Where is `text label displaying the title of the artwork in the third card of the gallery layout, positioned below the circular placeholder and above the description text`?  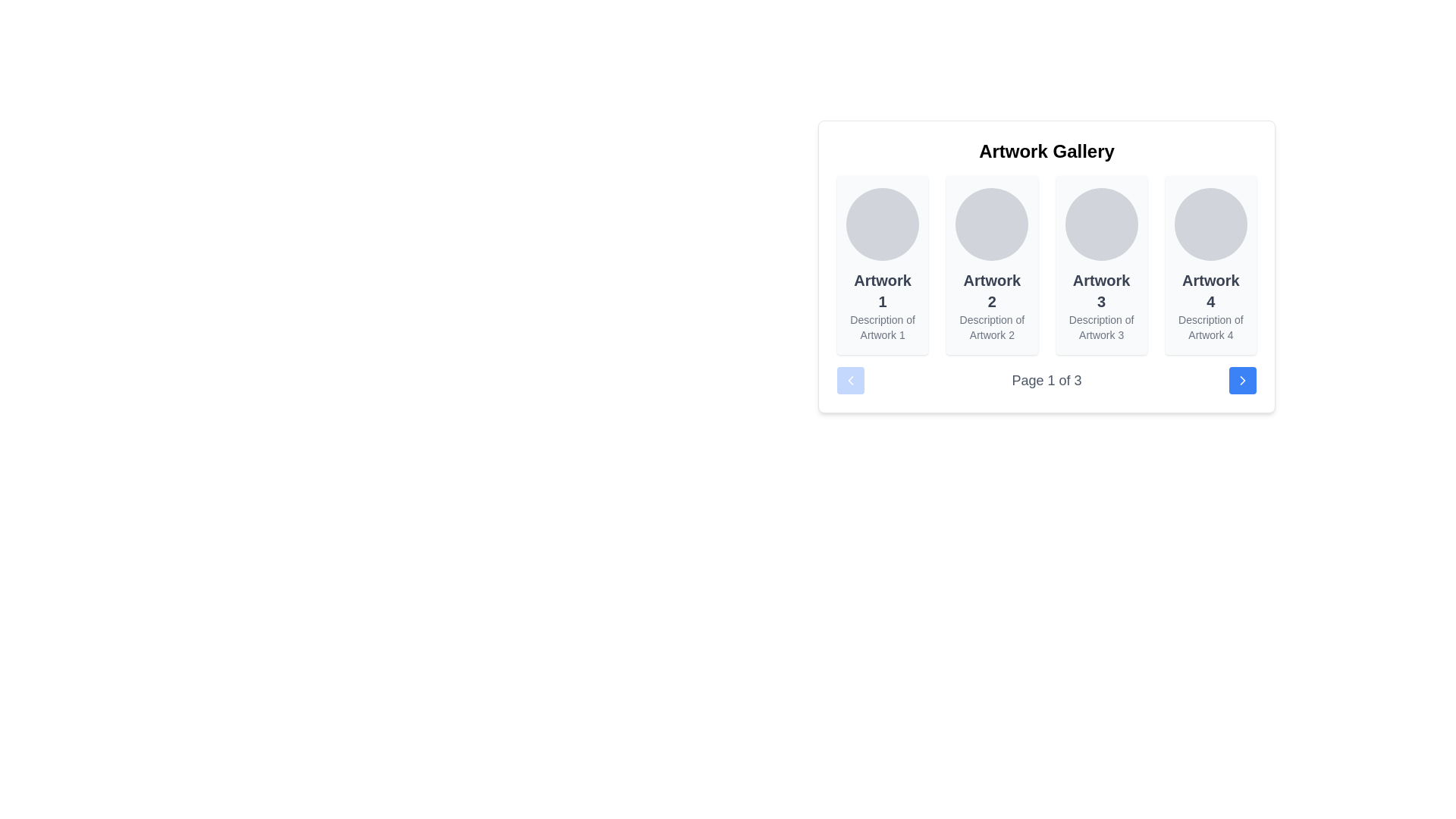
text label displaying the title of the artwork in the third card of the gallery layout, positioned below the circular placeholder and above the description text is located at coordinates (1101, 291).